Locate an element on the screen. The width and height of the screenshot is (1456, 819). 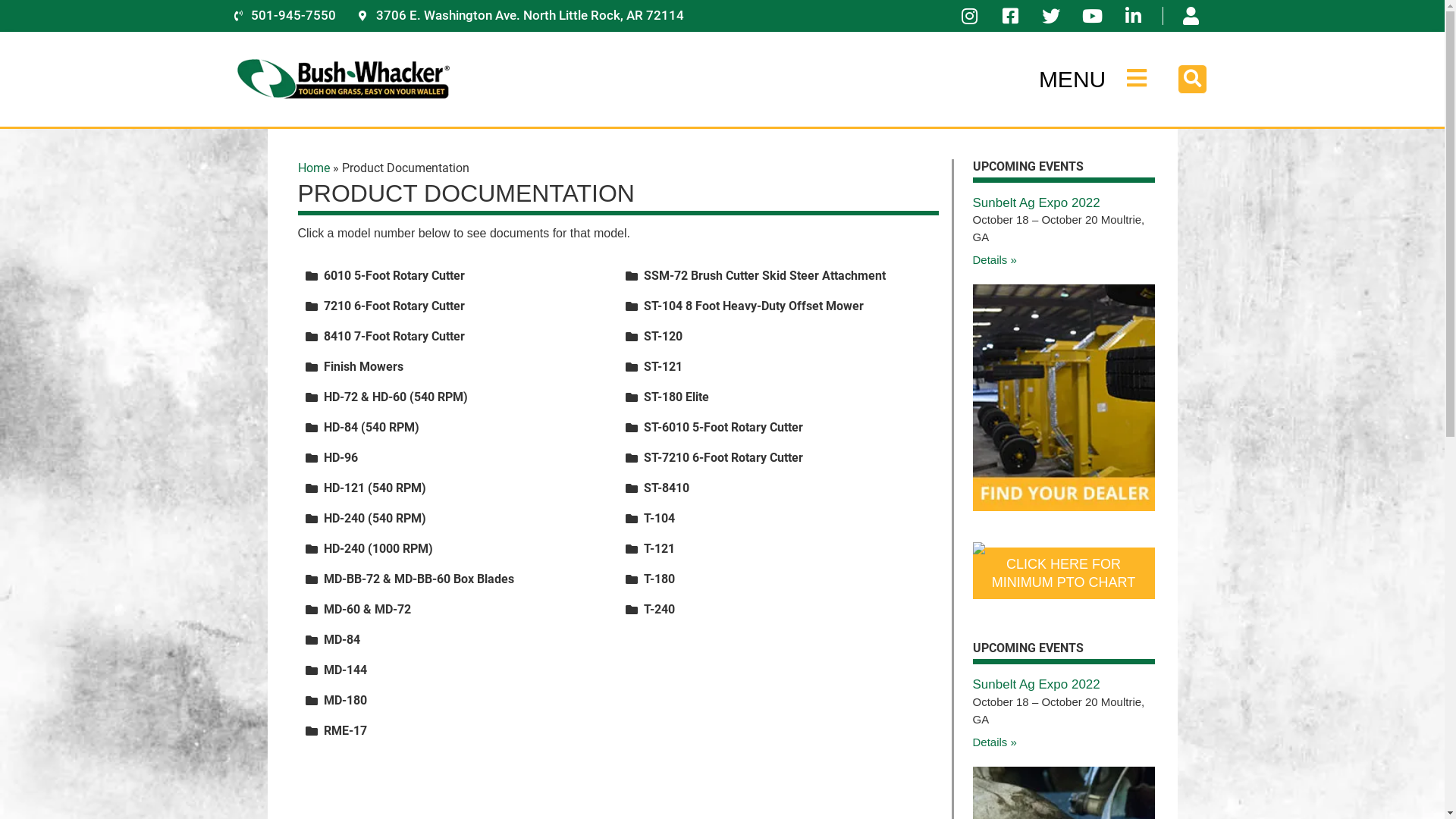
'T-121' is located at coordinates (659, 548).